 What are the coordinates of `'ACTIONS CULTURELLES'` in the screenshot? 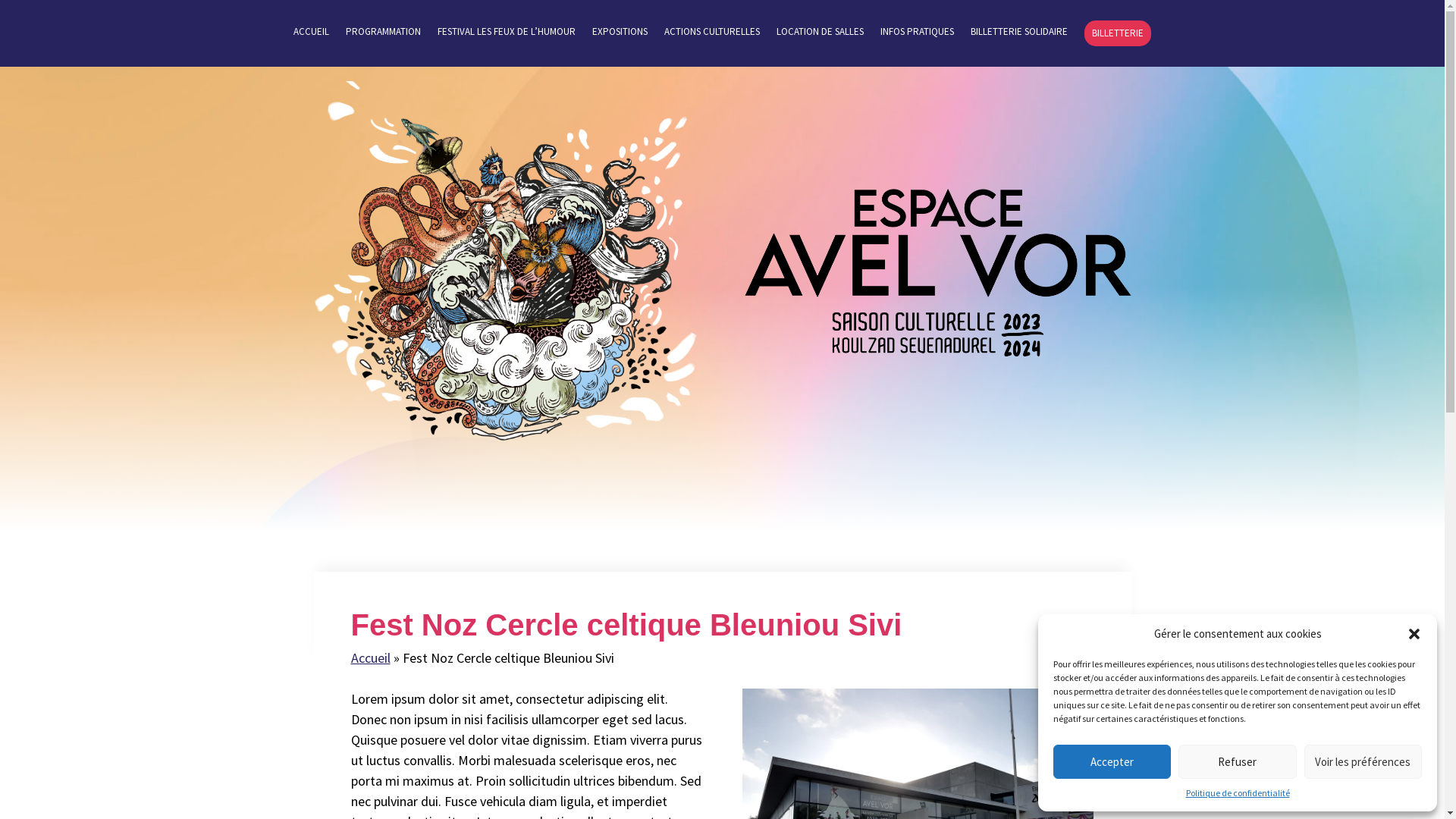 It's located at (711, 35).